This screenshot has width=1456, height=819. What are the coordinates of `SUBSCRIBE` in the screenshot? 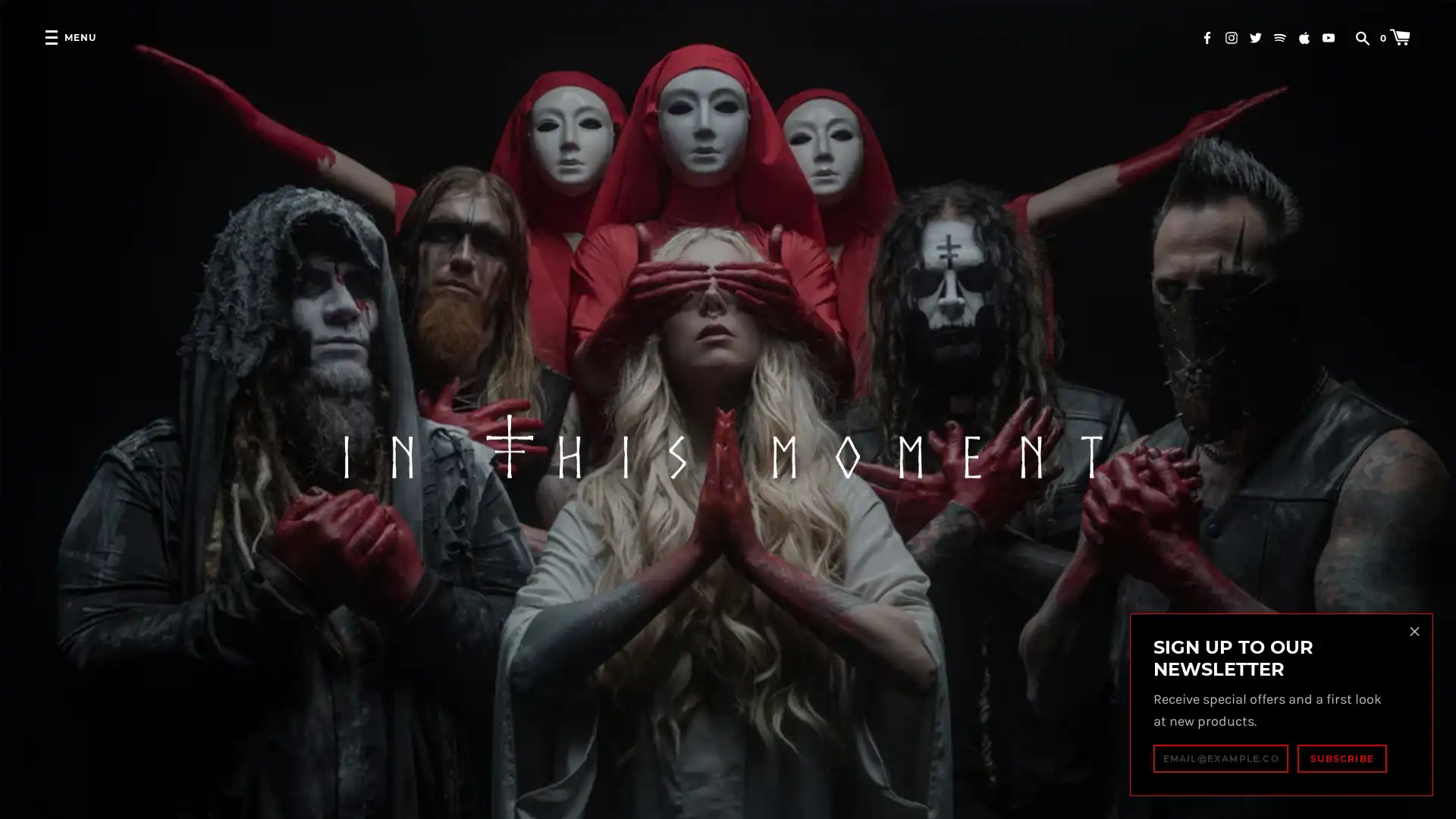 It's located at (1341, 758).